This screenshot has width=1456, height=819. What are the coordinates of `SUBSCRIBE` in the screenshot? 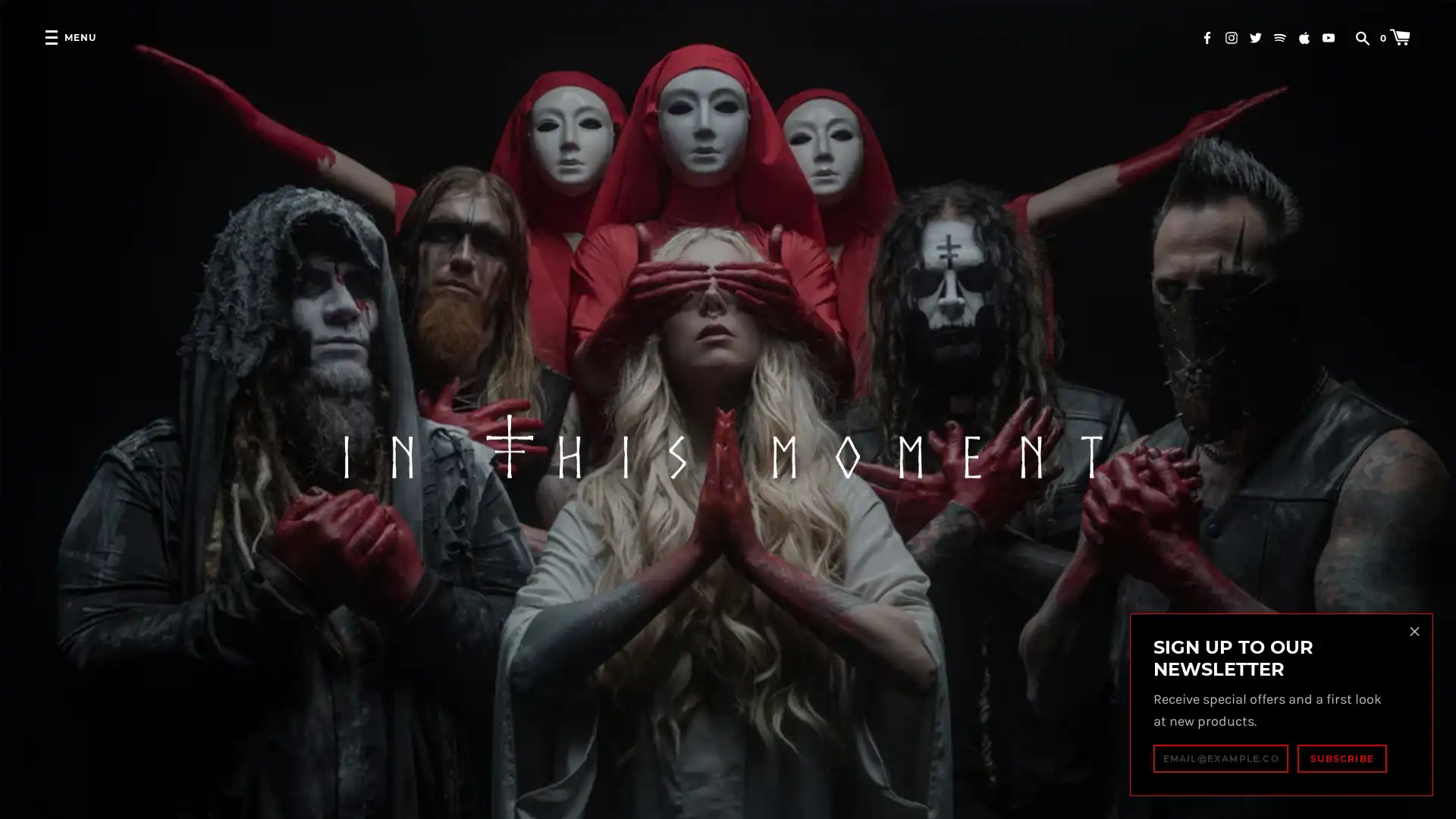 It's located at (1341, 758).